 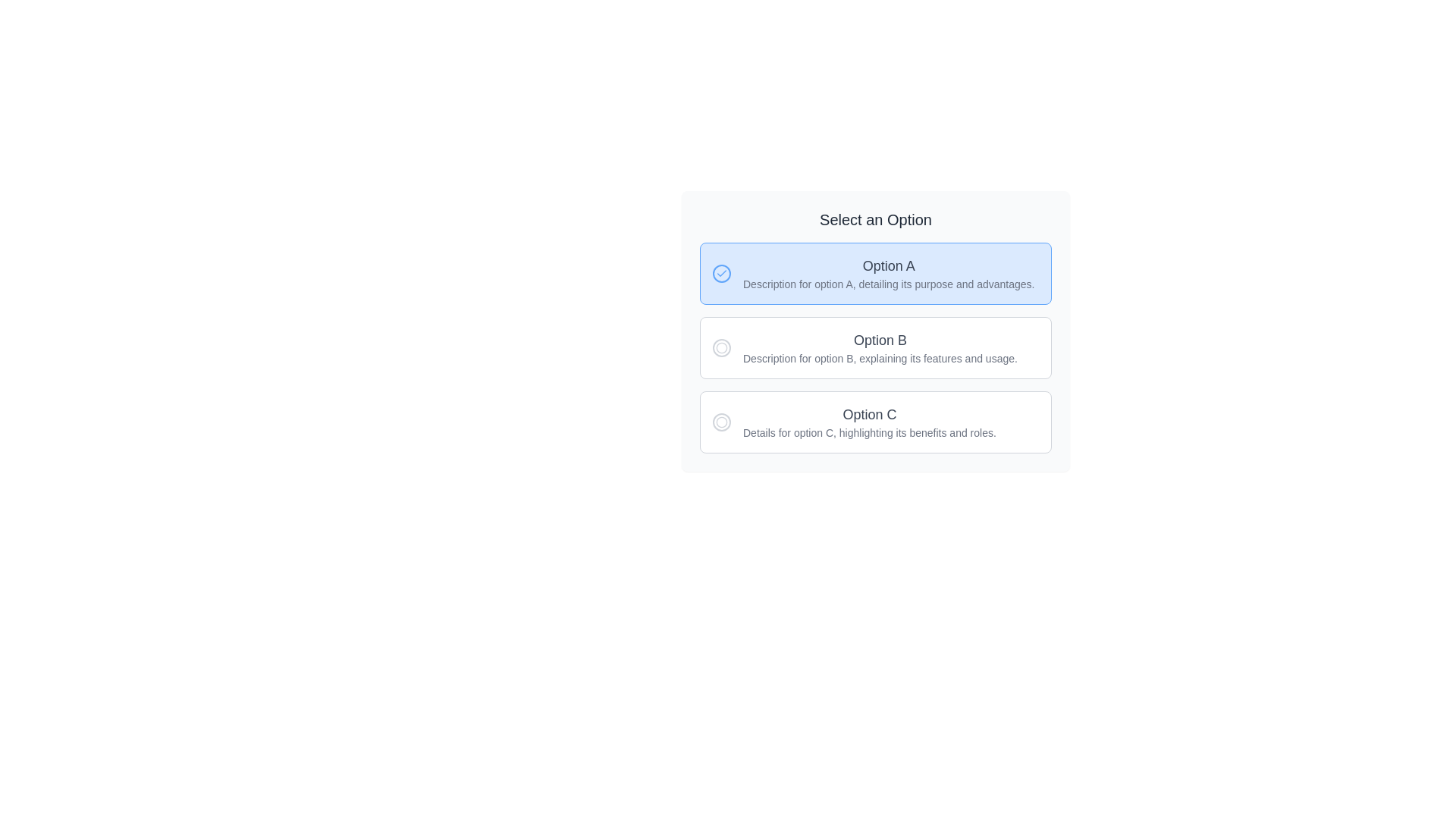 What do you see at coordinates (889, 265) in the screenshot?
I see `the 'Option A' text label` at bounding box center [889, 265].